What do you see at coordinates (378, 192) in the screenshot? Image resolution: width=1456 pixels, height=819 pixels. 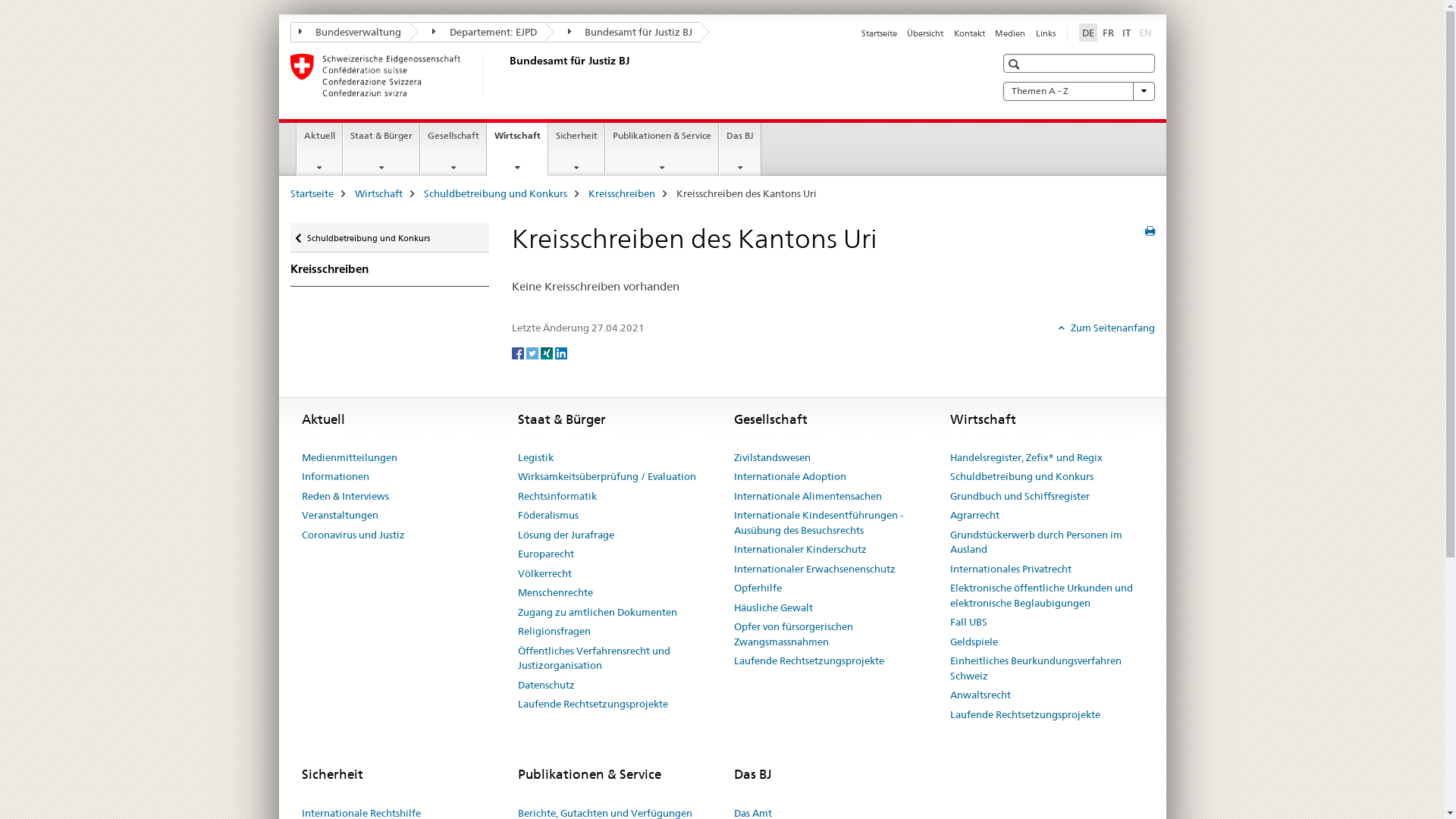 I see `'Wirtschaft'` at bounding box center [378, 192].